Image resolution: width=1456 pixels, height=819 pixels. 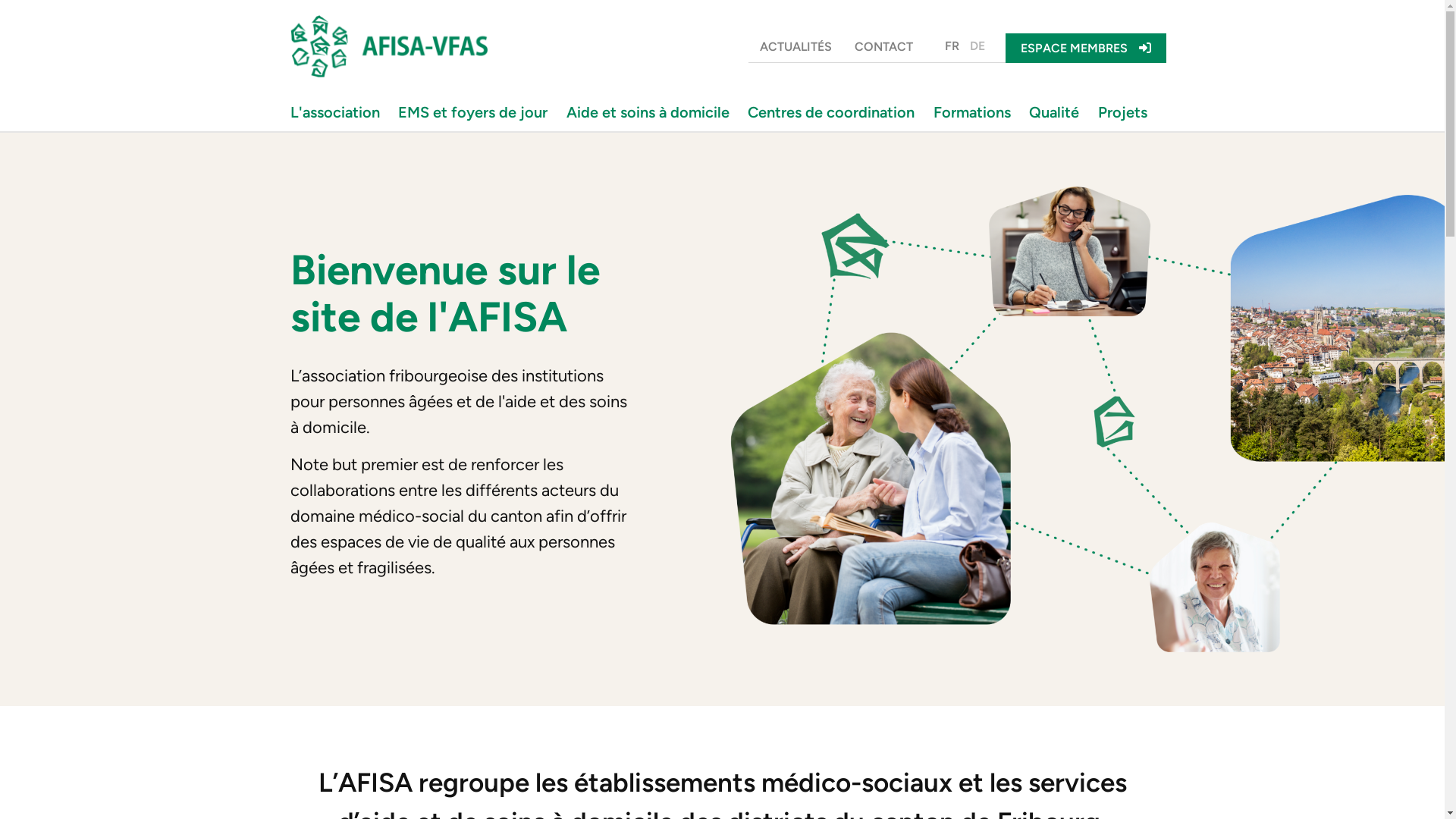 What do you see at coordinates (975, 111) in the screenshot?
I see `'Formations'` at bounding box center [975, 111].